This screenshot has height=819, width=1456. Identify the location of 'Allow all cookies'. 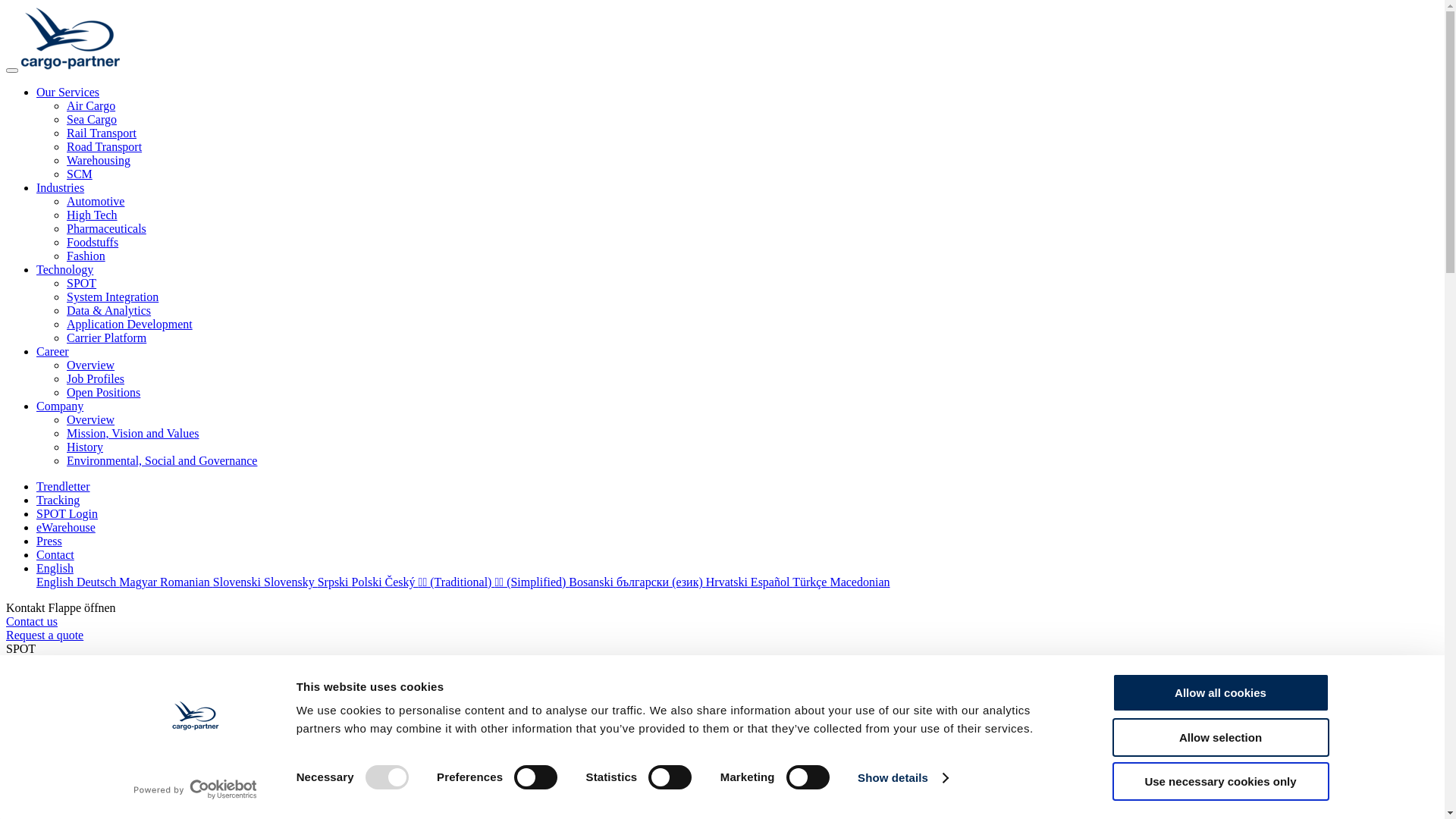
(1219, 692).